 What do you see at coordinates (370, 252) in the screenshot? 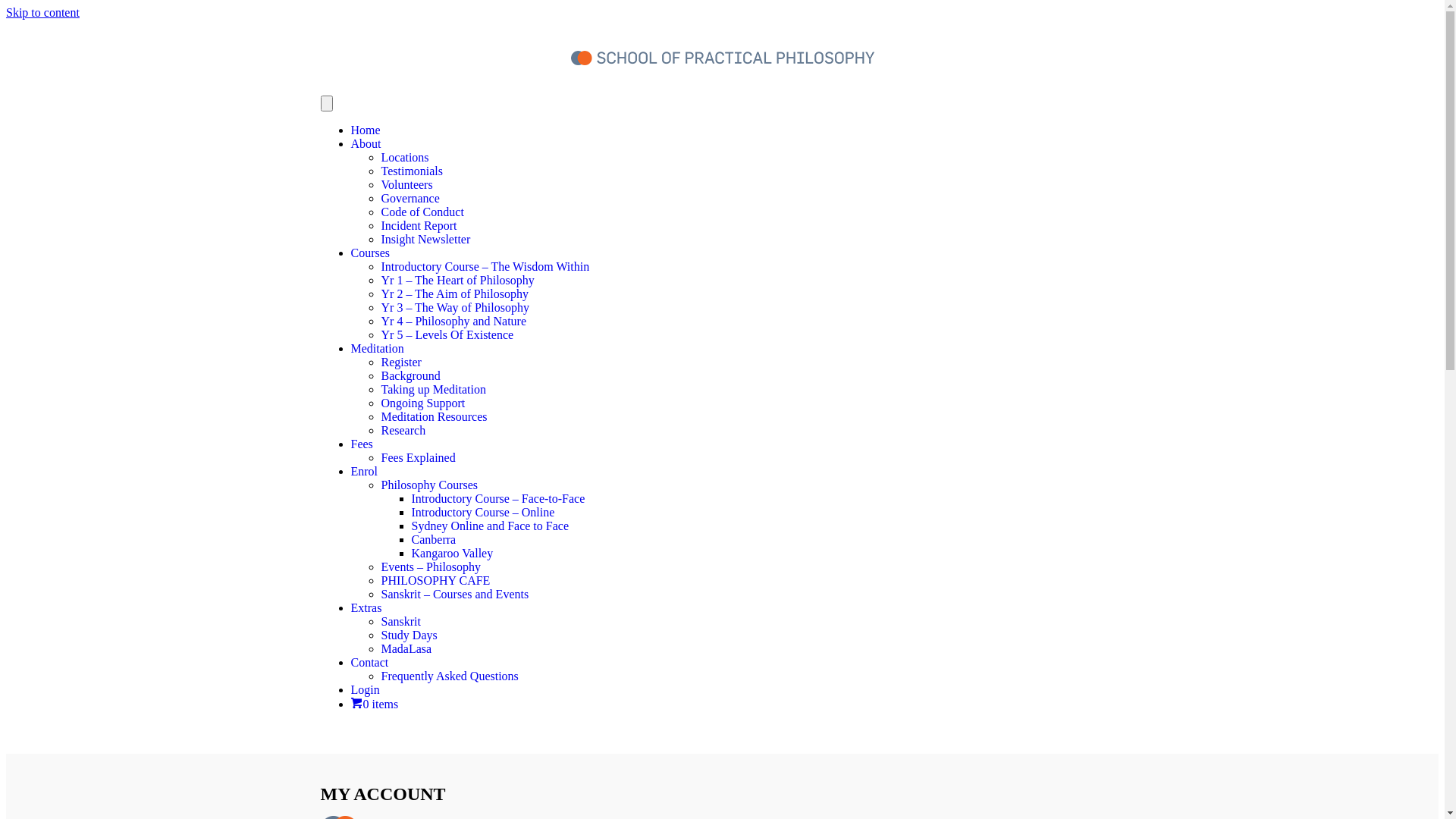
I see `'Courses'` at bounding box center [370, 252].